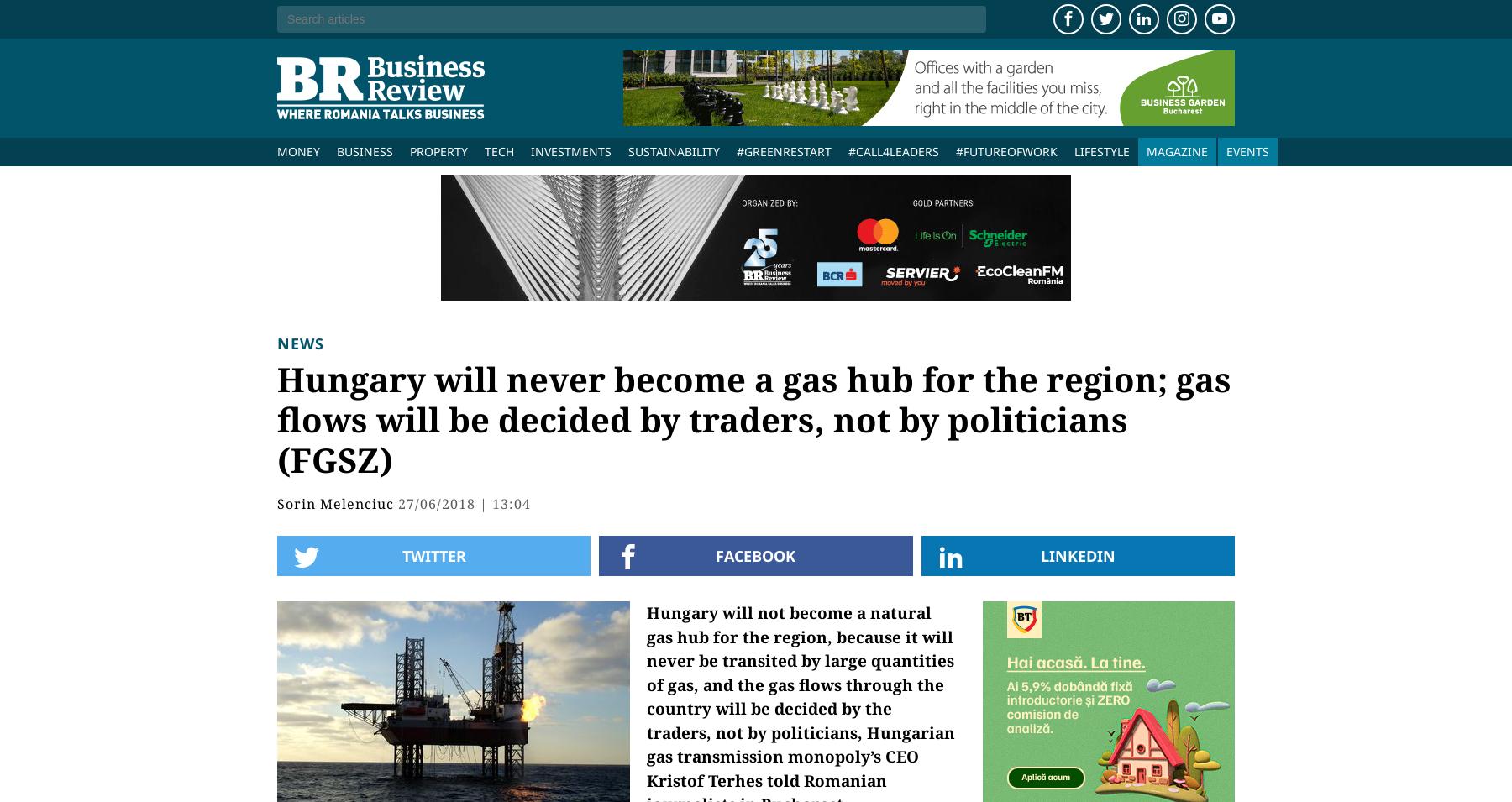 The width and height of the screenshot is (1512, 802). Describe the element at coordinates (755, 555) in the screenshot. I see `'Facebook'` at that location.